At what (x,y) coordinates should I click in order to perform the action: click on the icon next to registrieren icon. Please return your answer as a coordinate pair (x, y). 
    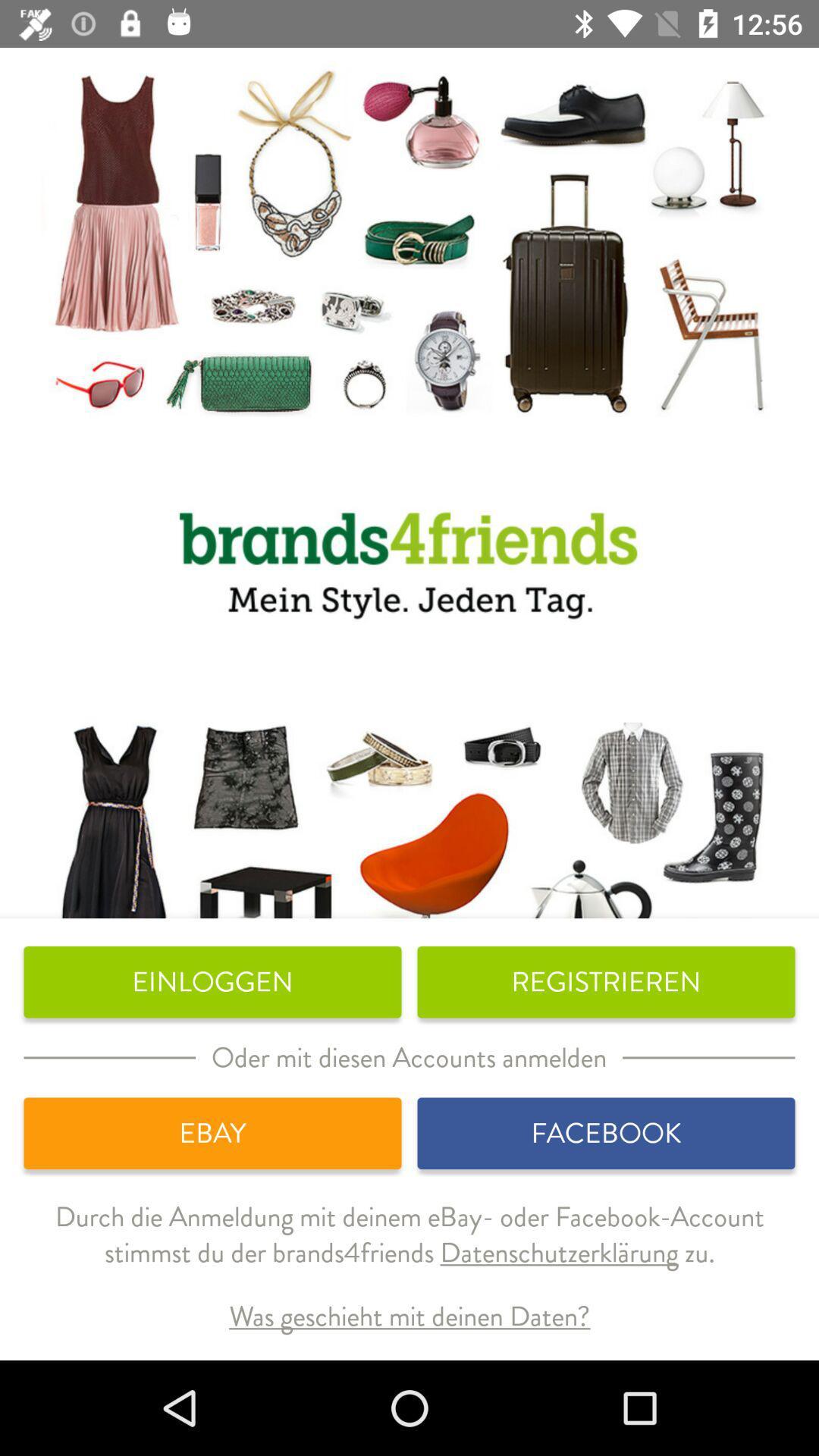
    Looking at the image, I should click on (212, 982).